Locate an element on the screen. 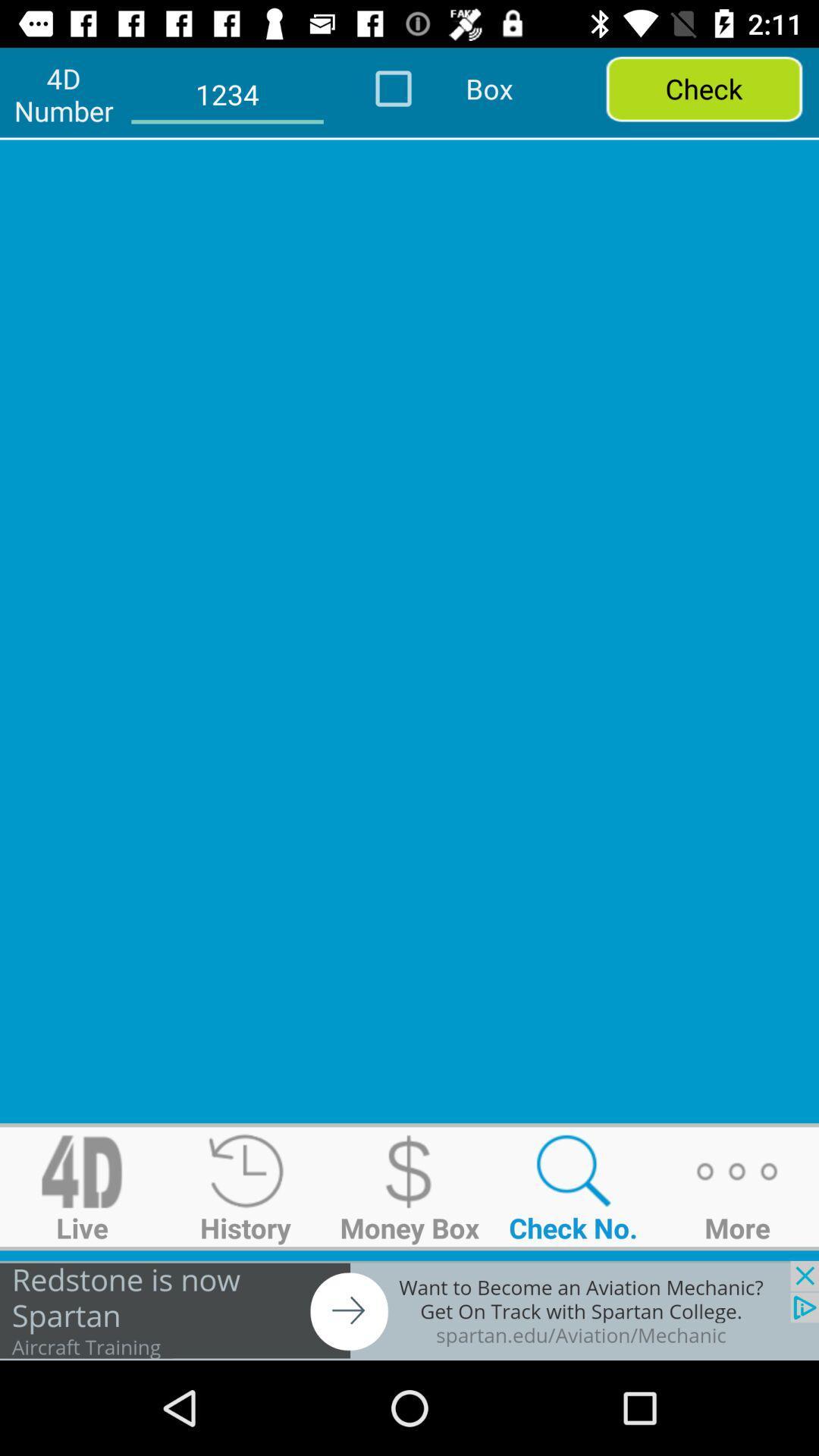 The image size is (819, 1456). more option is located at coordinates (736, 1186).